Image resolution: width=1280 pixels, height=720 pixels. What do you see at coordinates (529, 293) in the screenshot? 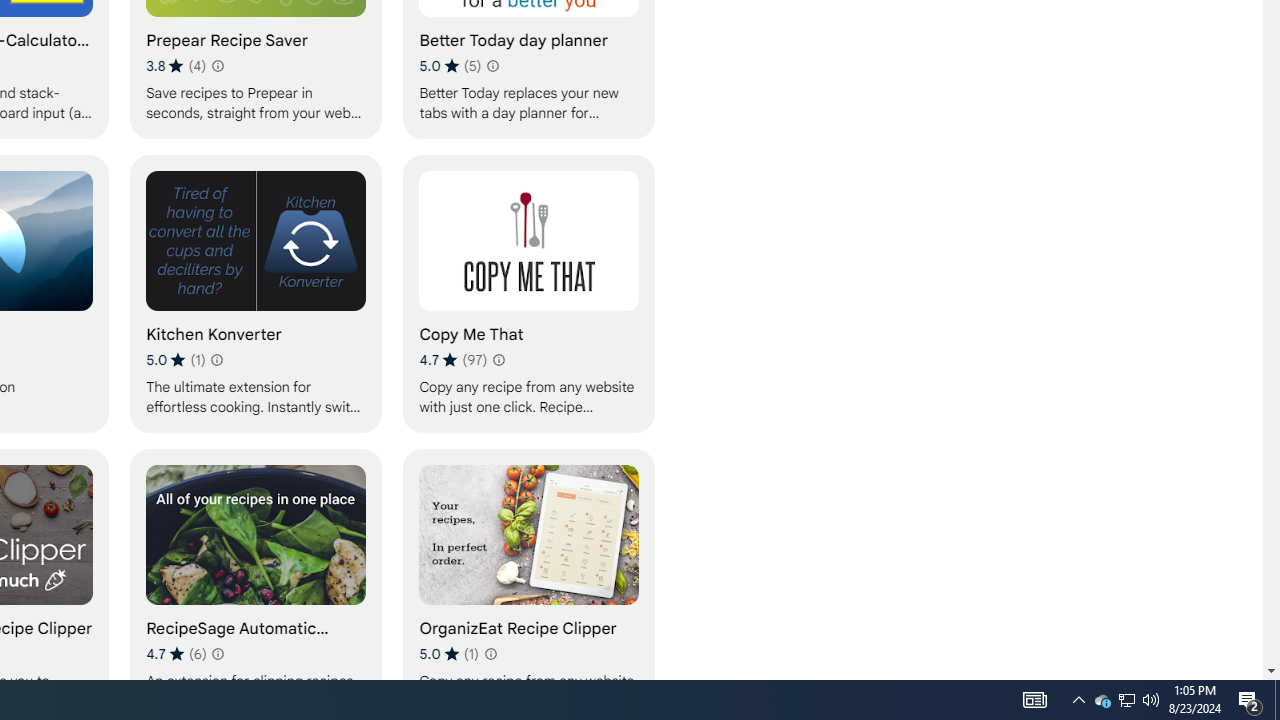
I see `'Copy Me That'` at bounding box center [529, 293].